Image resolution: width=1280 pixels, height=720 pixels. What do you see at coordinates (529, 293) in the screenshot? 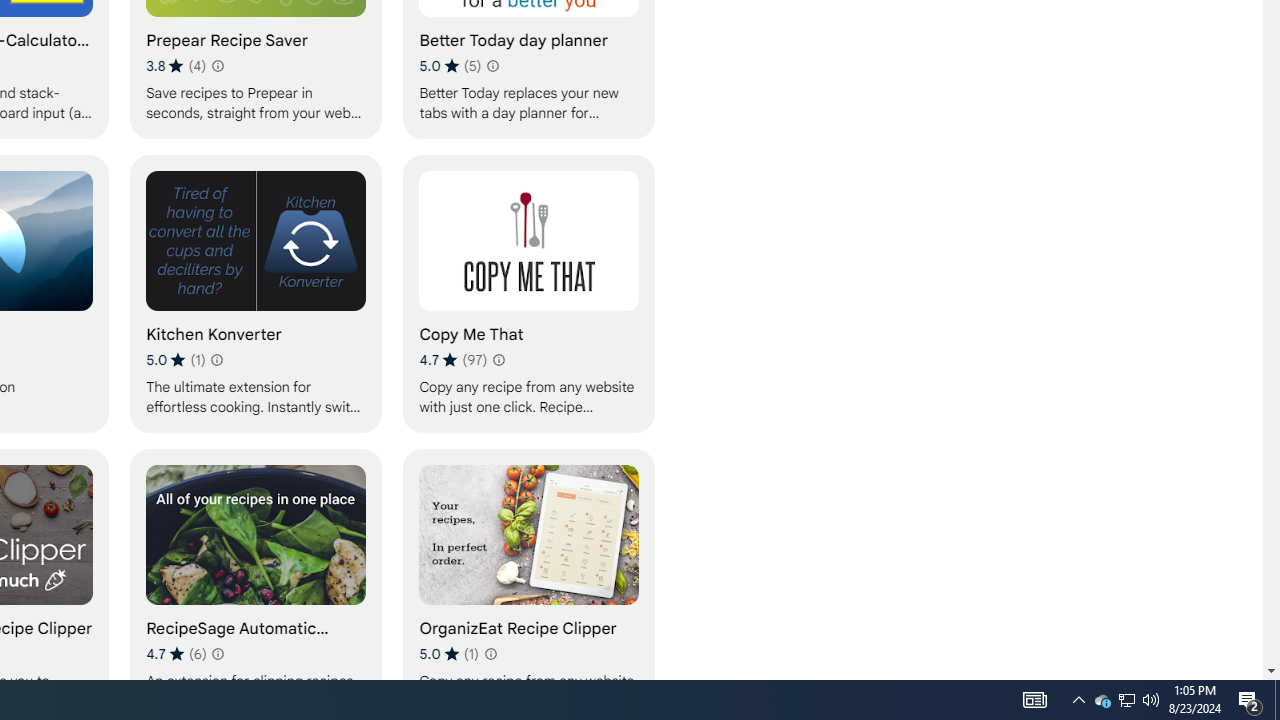
I see `'Copy Me That'` at bounding box center [529, 293].